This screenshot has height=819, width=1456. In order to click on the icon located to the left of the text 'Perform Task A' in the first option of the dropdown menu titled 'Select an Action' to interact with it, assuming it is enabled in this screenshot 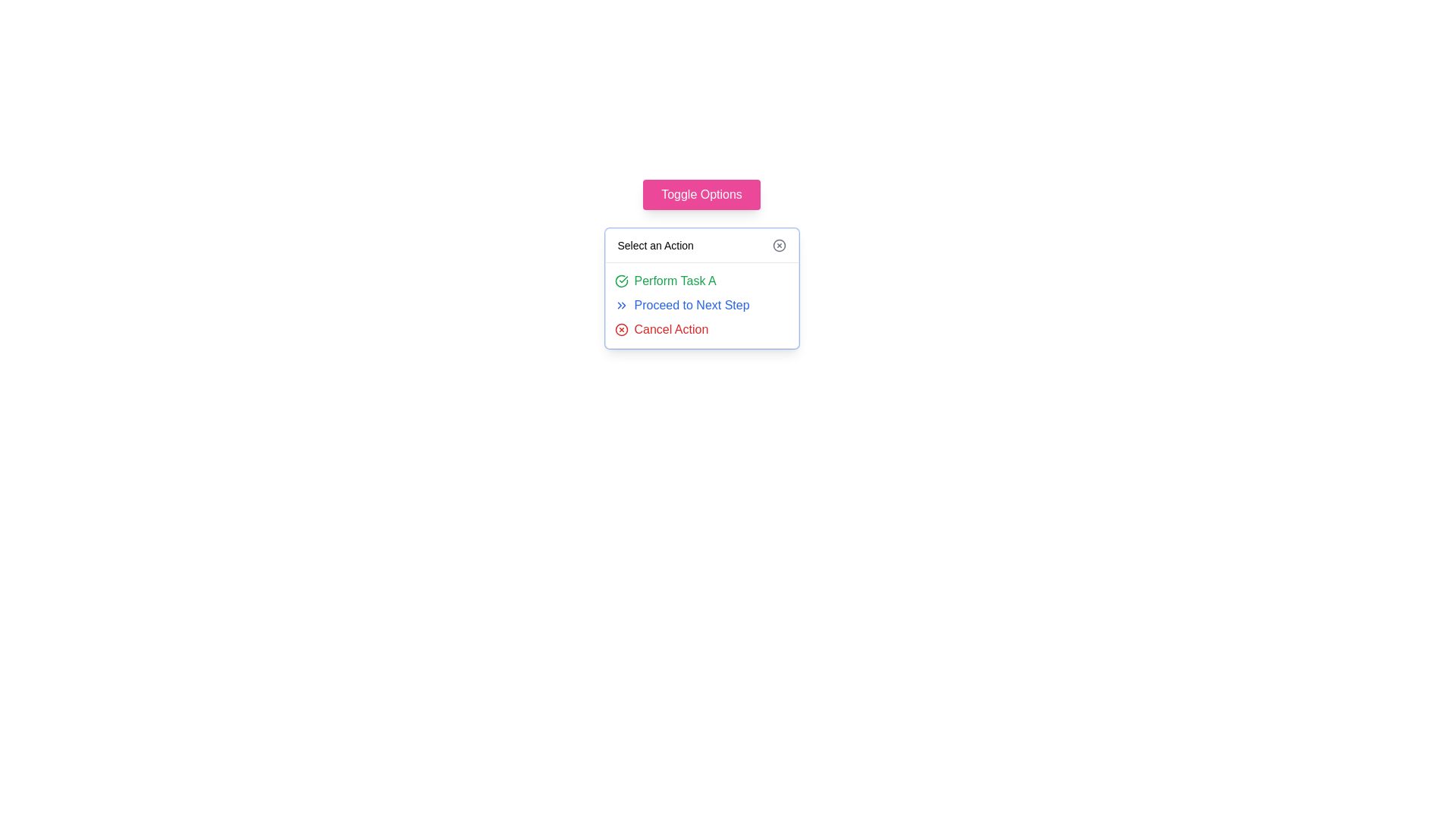, I will do `click(621, 281)`.